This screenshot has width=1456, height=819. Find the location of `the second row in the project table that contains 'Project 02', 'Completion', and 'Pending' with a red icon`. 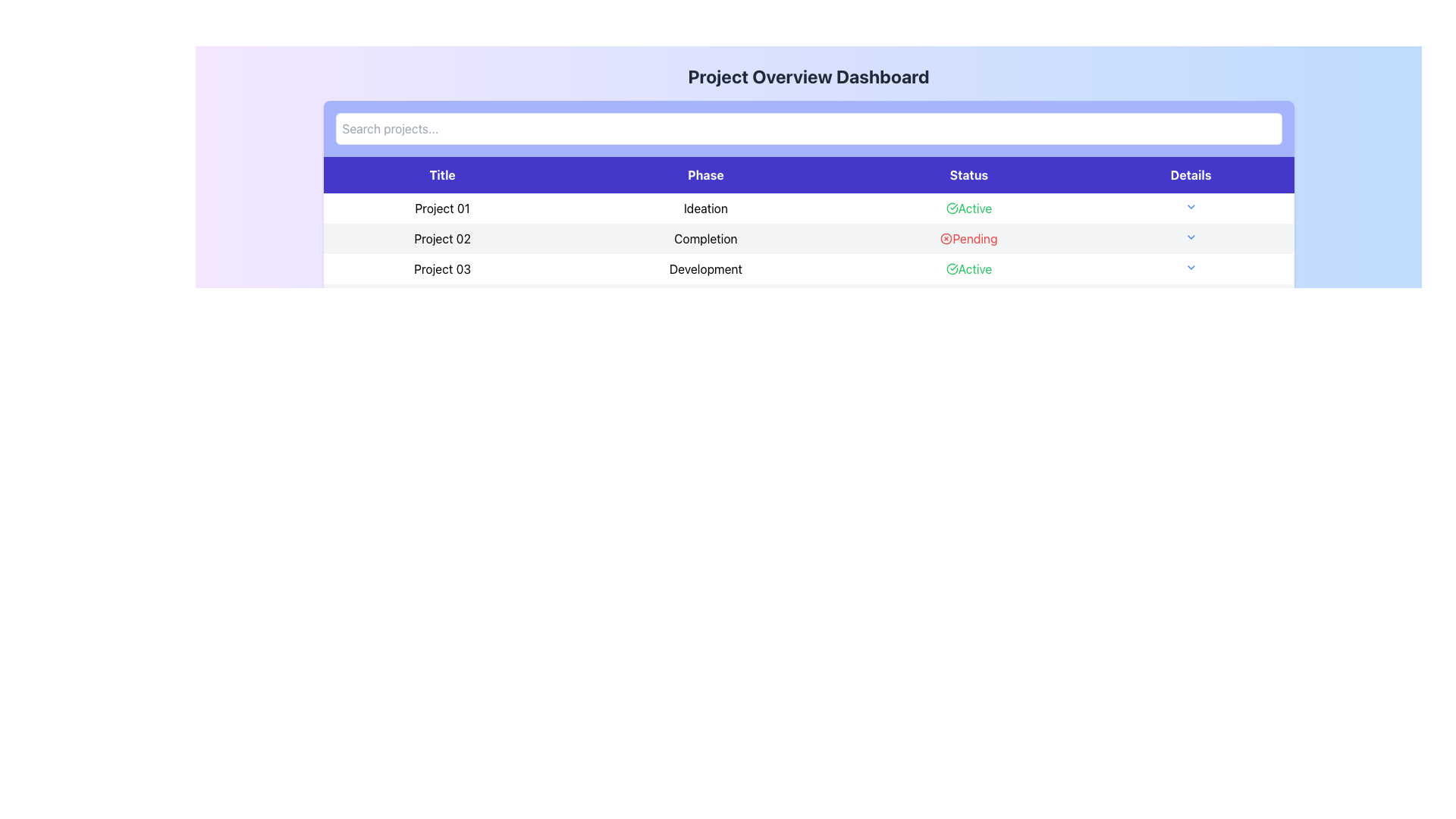

the second row in the project table that contains 'Project 02', 'Completion', and 'Pending' with a red icon is located at coordinates (808, 239).